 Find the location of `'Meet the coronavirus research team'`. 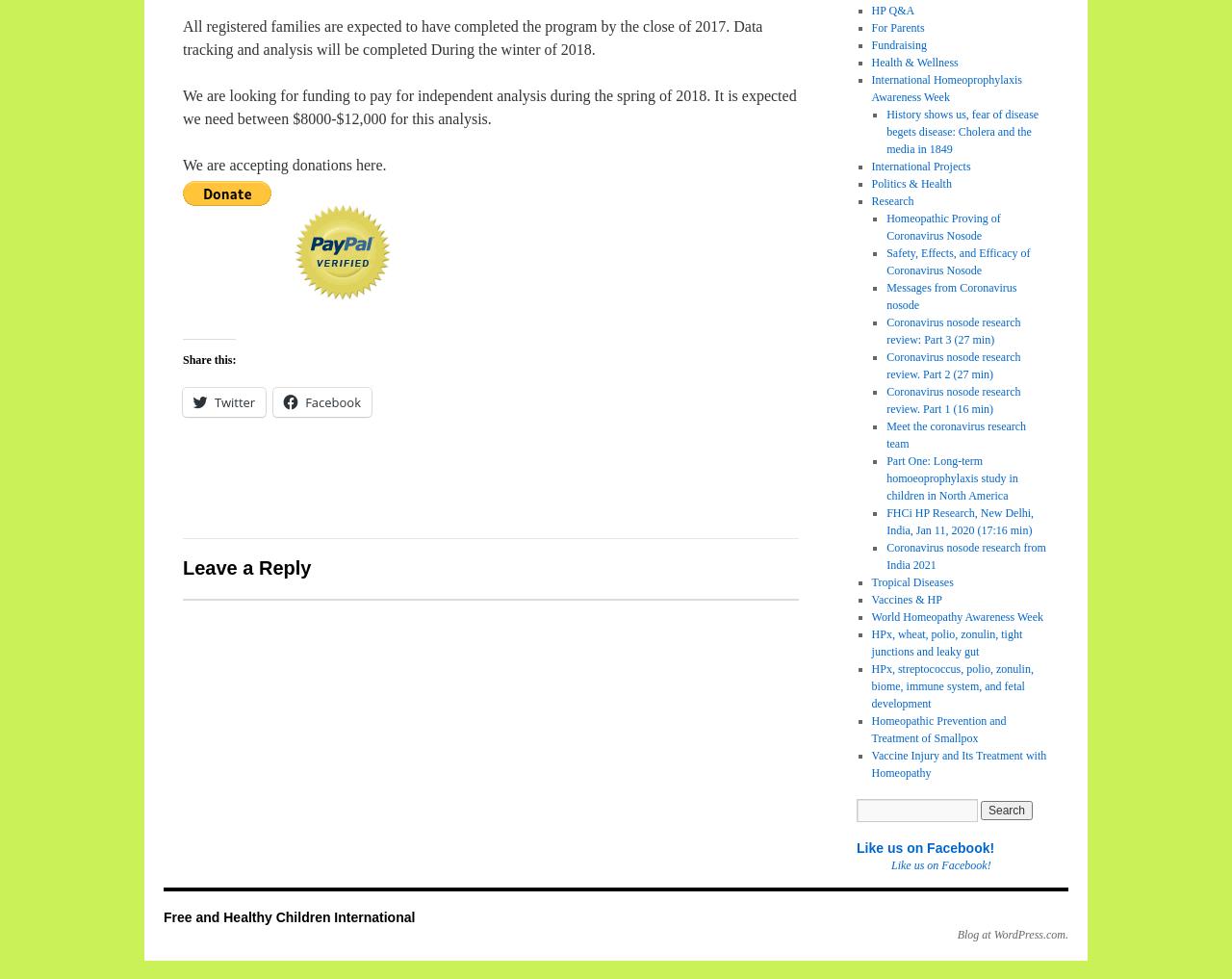

'Meet the coronavirus research team' is located at coordinates (956, 434).